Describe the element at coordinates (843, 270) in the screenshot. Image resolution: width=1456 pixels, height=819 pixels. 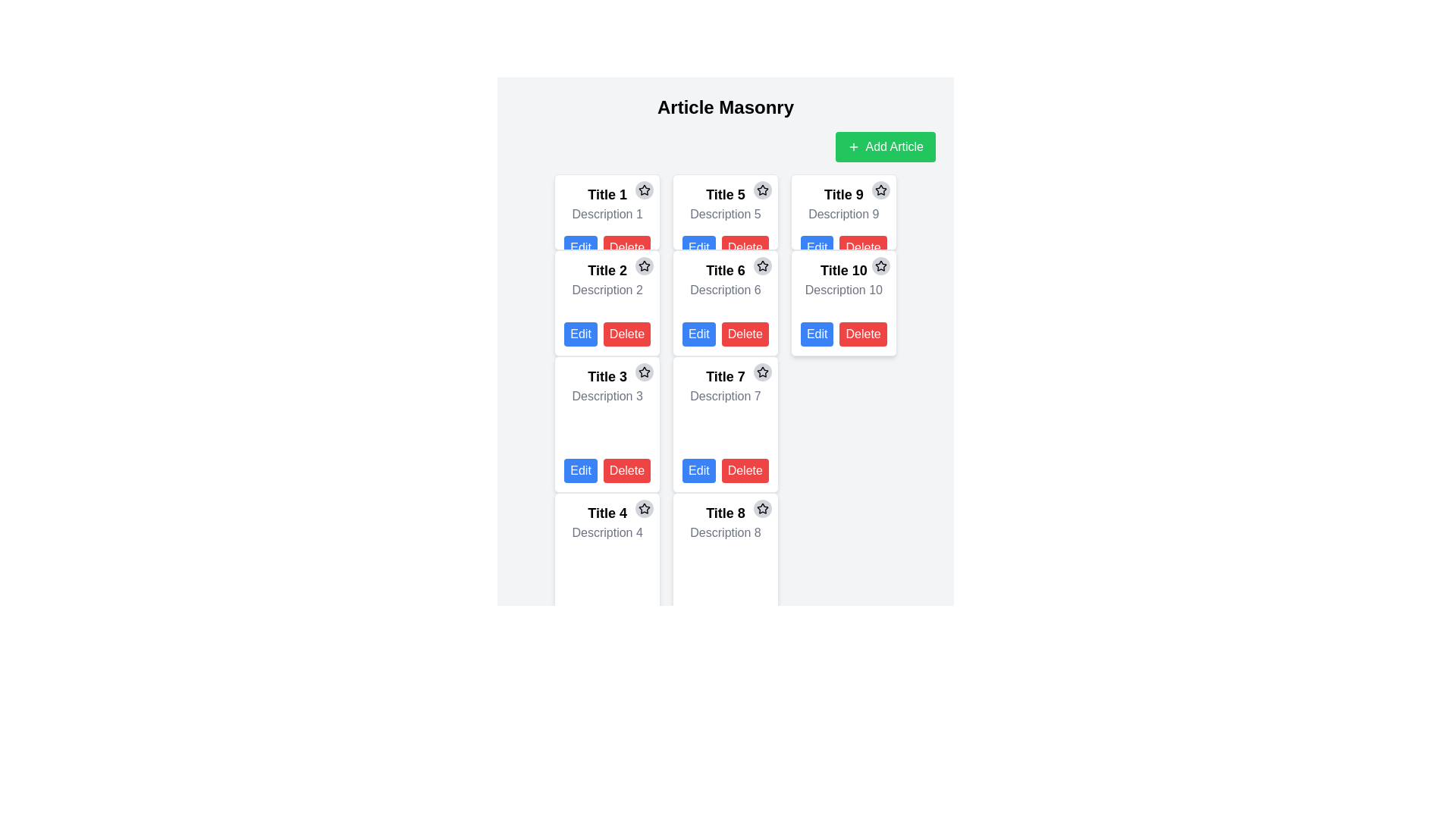
I see `the text label that serves as the title or headline for the associated card, located in the far-right column under 'Article Masonry', above the description 'Description 10'` at that location.